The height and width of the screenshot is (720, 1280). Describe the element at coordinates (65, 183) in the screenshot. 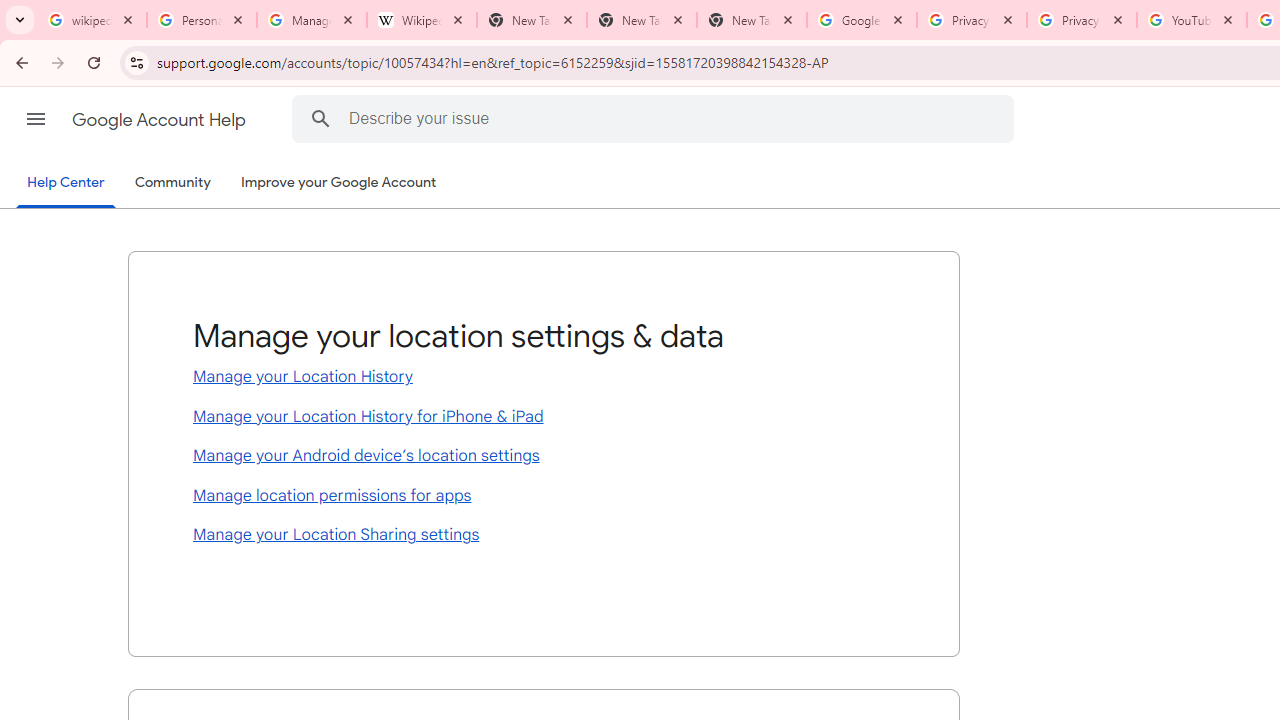

I see `'Help Center'` at that location.